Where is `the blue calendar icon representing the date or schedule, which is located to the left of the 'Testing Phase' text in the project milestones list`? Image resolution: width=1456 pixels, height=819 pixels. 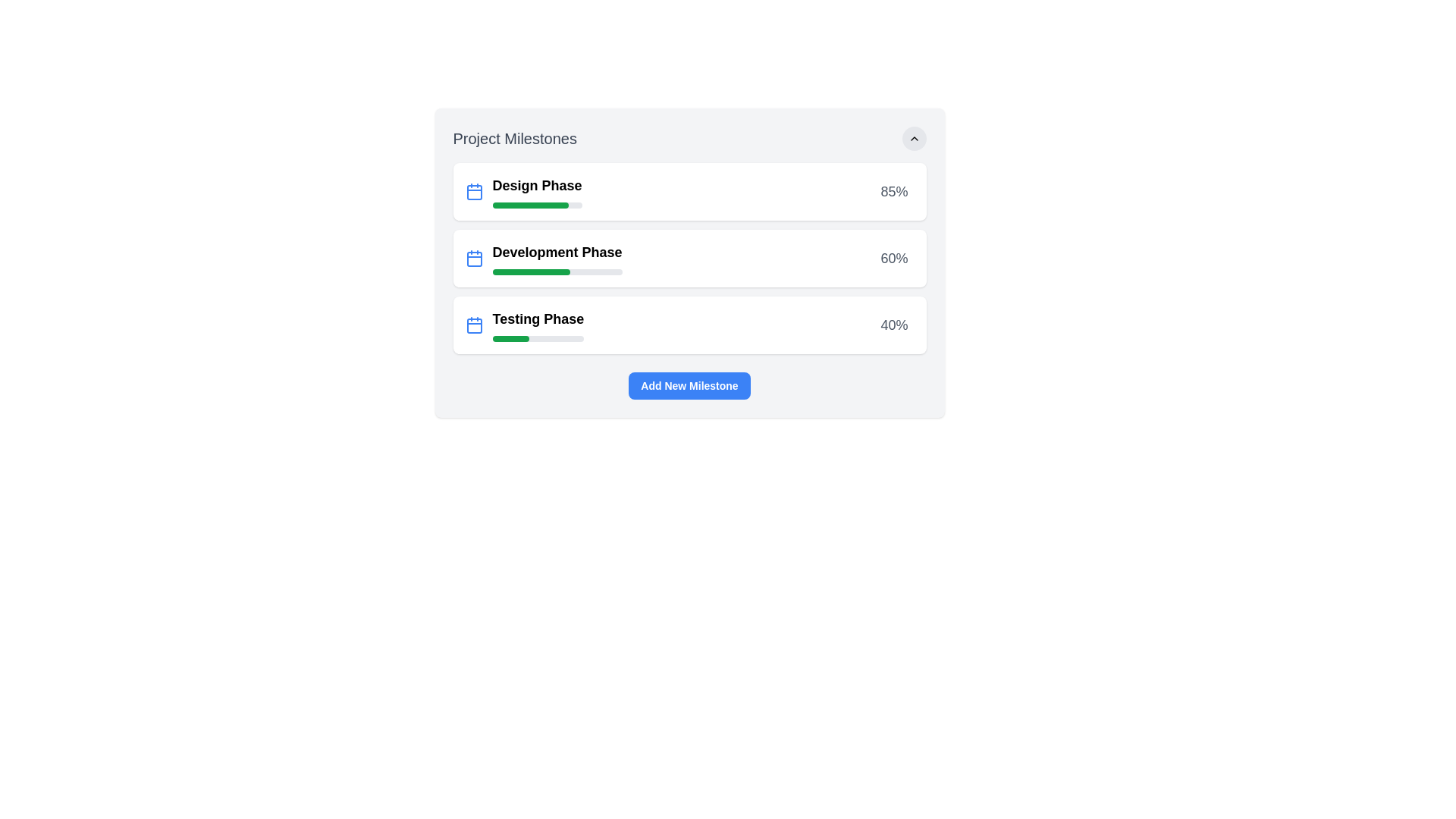 the blue calendar icon representing the date or schedule, which is located to the left of the 'Testing Phase' text in the project milestones list is located at coordinates (473, 324).